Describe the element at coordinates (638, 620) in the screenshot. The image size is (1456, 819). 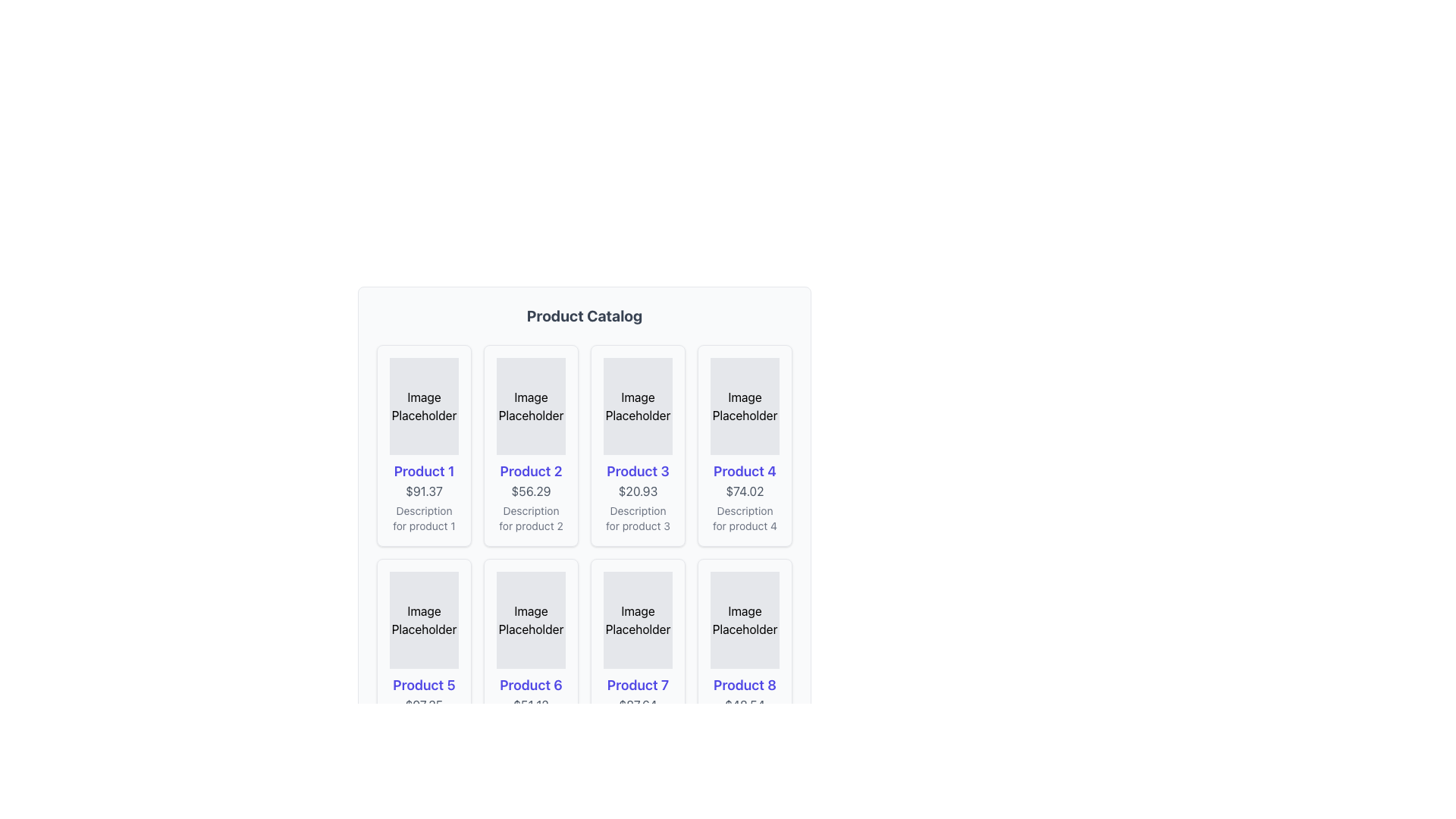
I see `on the Image Placeholder with centered text 'Image Placeholder' in dark gray font located in the bottom row, third column of the product catalog grid for 'Product 7'` at that location.